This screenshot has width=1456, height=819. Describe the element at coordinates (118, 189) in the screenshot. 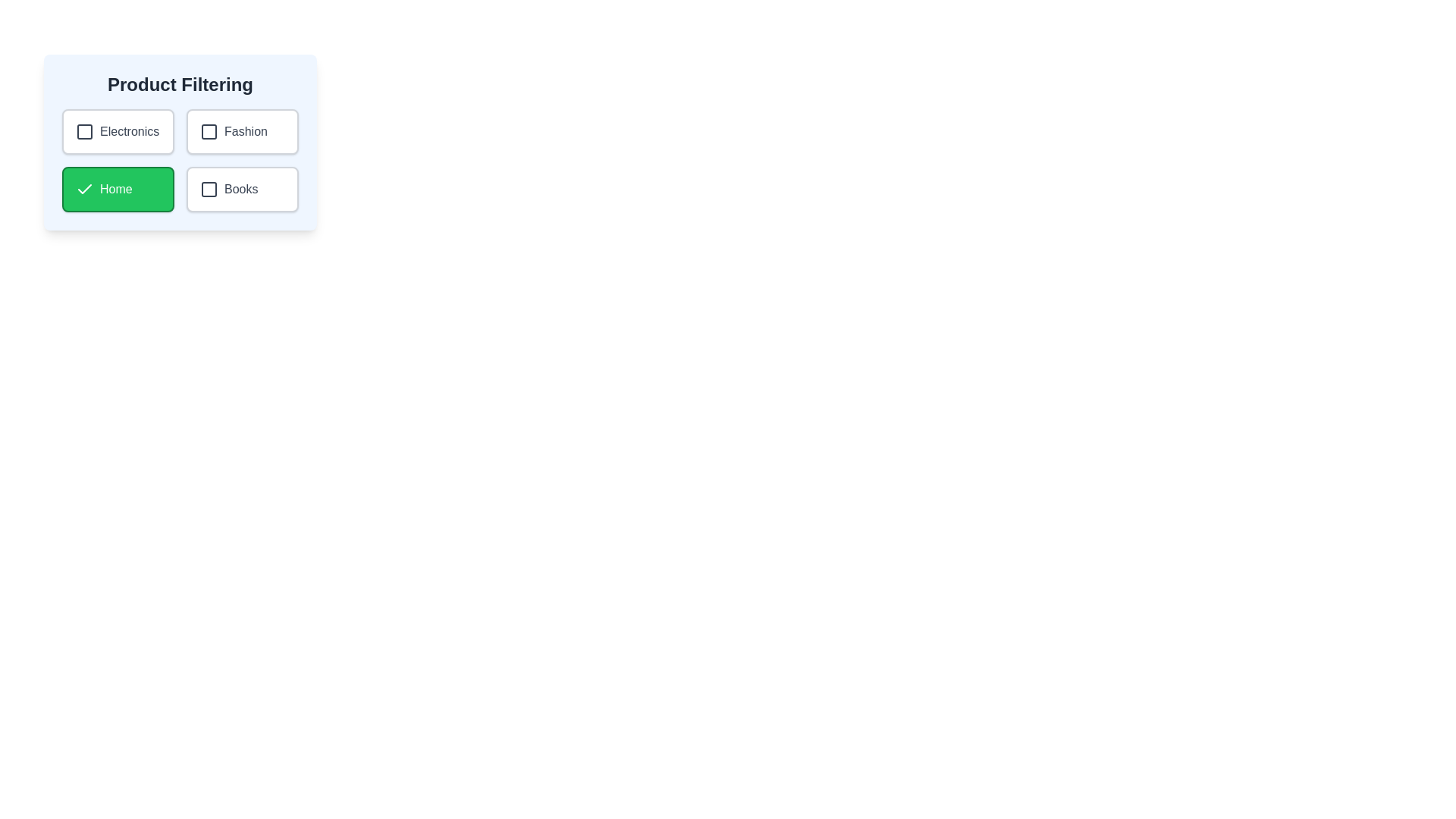

I see `the category Home by clicking on its button` at that location.